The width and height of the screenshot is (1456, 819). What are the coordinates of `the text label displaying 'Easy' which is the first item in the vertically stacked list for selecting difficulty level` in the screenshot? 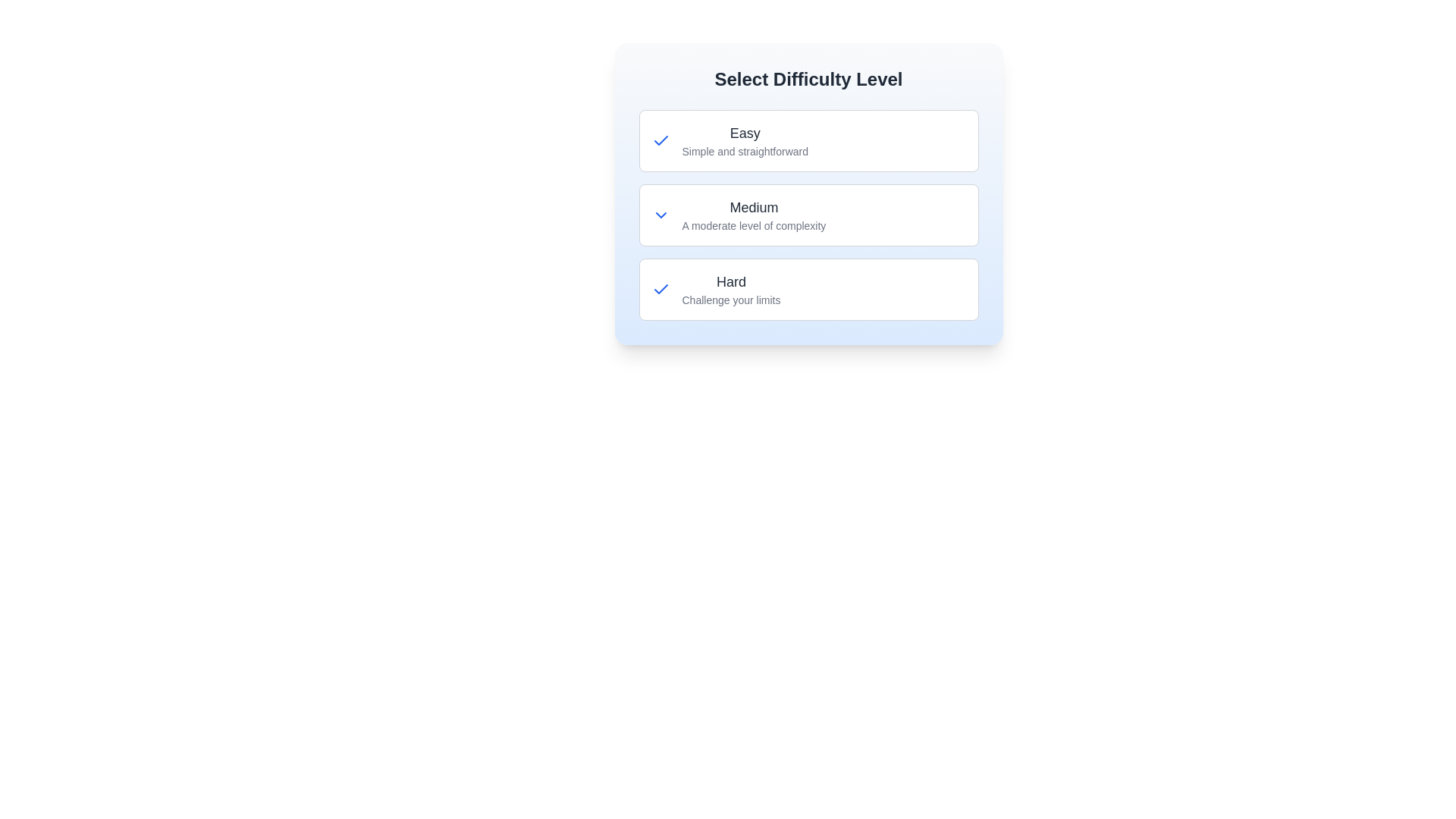 It's located at (745, 133).